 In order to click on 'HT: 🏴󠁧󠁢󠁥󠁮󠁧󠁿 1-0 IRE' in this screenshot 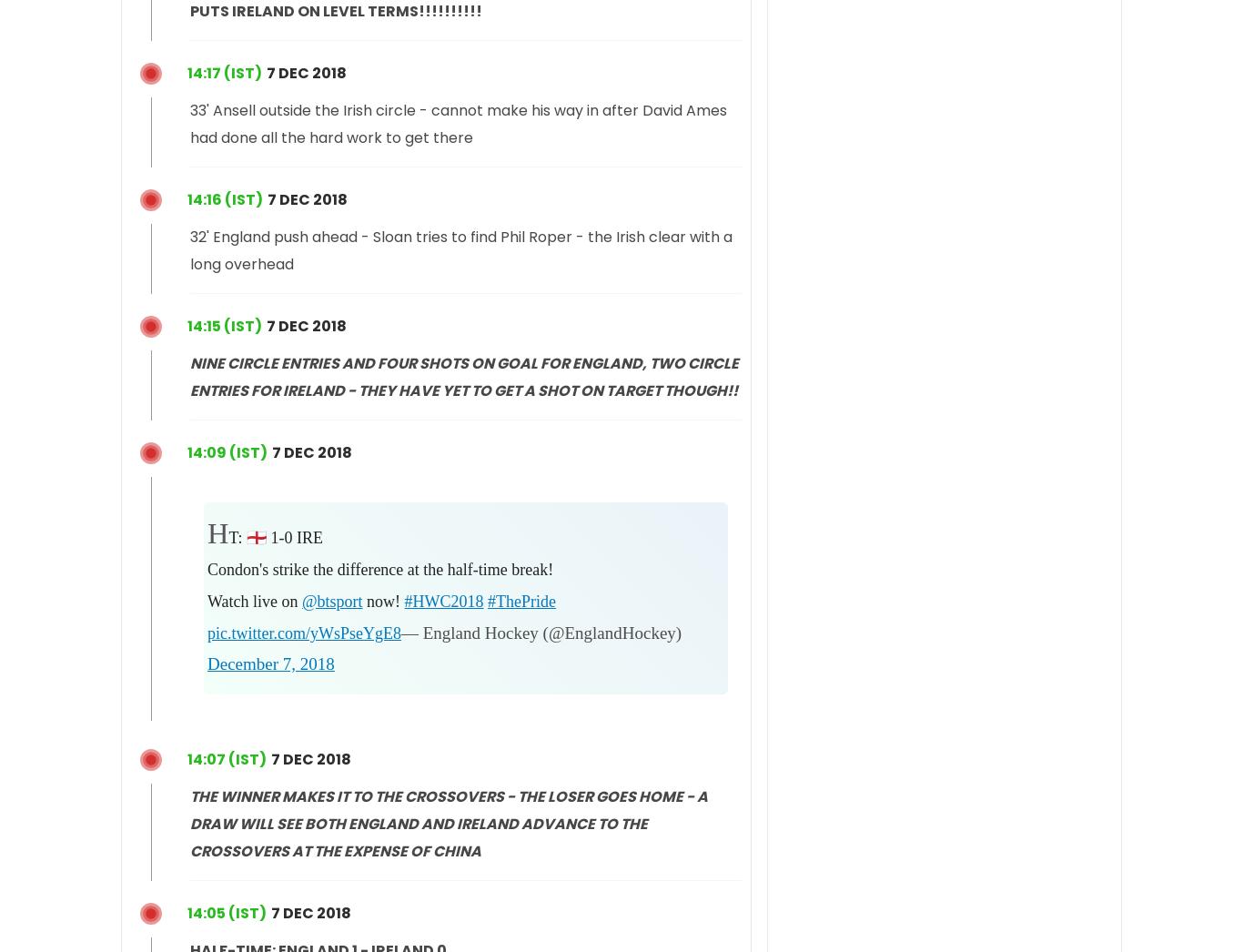, I will do `click(265, 532)`.